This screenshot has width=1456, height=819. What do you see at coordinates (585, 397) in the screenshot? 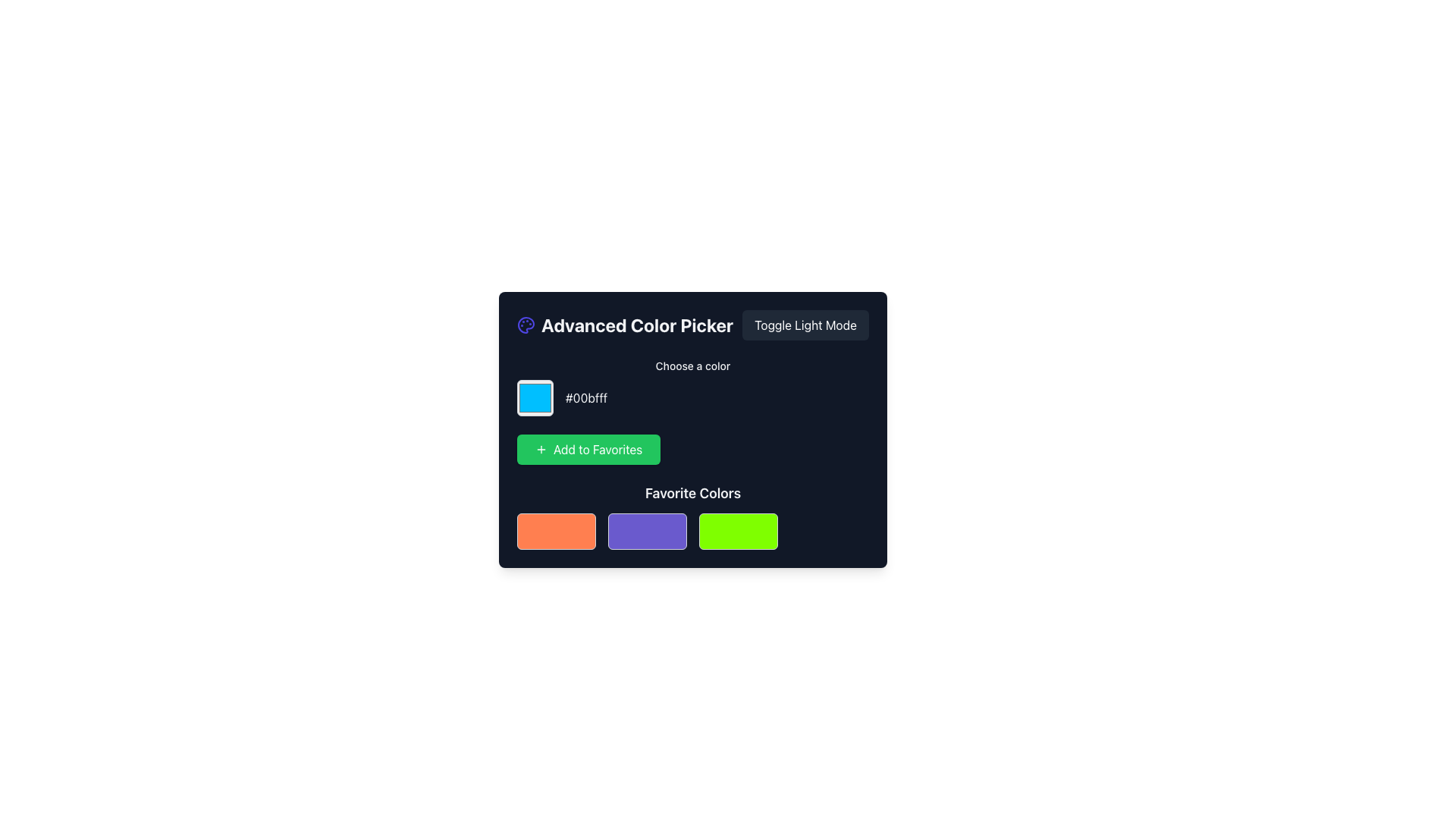
I see `the Text Label displaying the hexadecimal value of the color next to the color preview box` at bounding box center [585, 397].